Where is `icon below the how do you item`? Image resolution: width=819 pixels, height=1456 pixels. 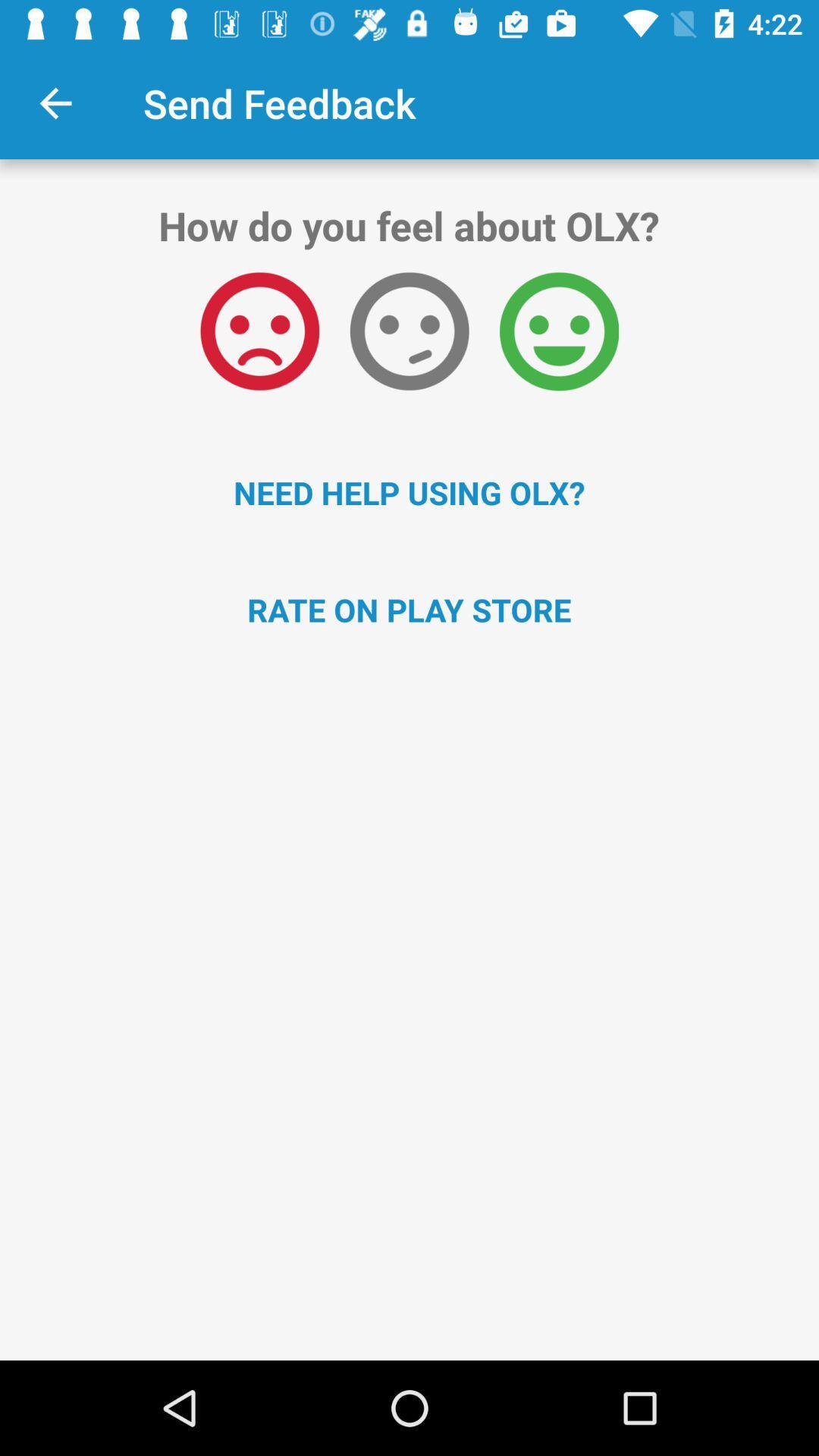
icon below the how do you item is located at coordinates (409, 331).